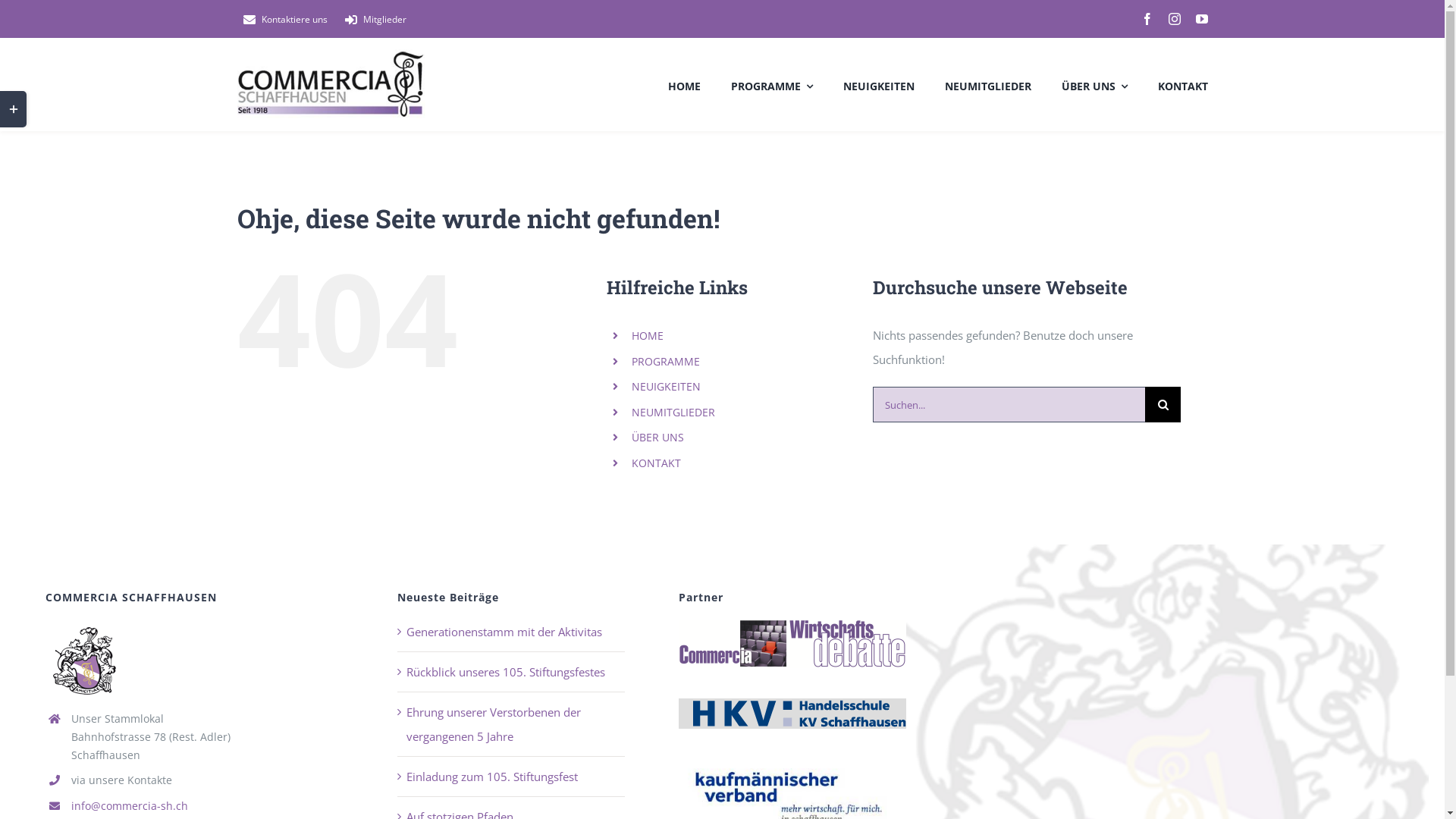 The height and width of the screenshot is (819, 1456). I want to click on 'Mitglieder', so click(372, 20).